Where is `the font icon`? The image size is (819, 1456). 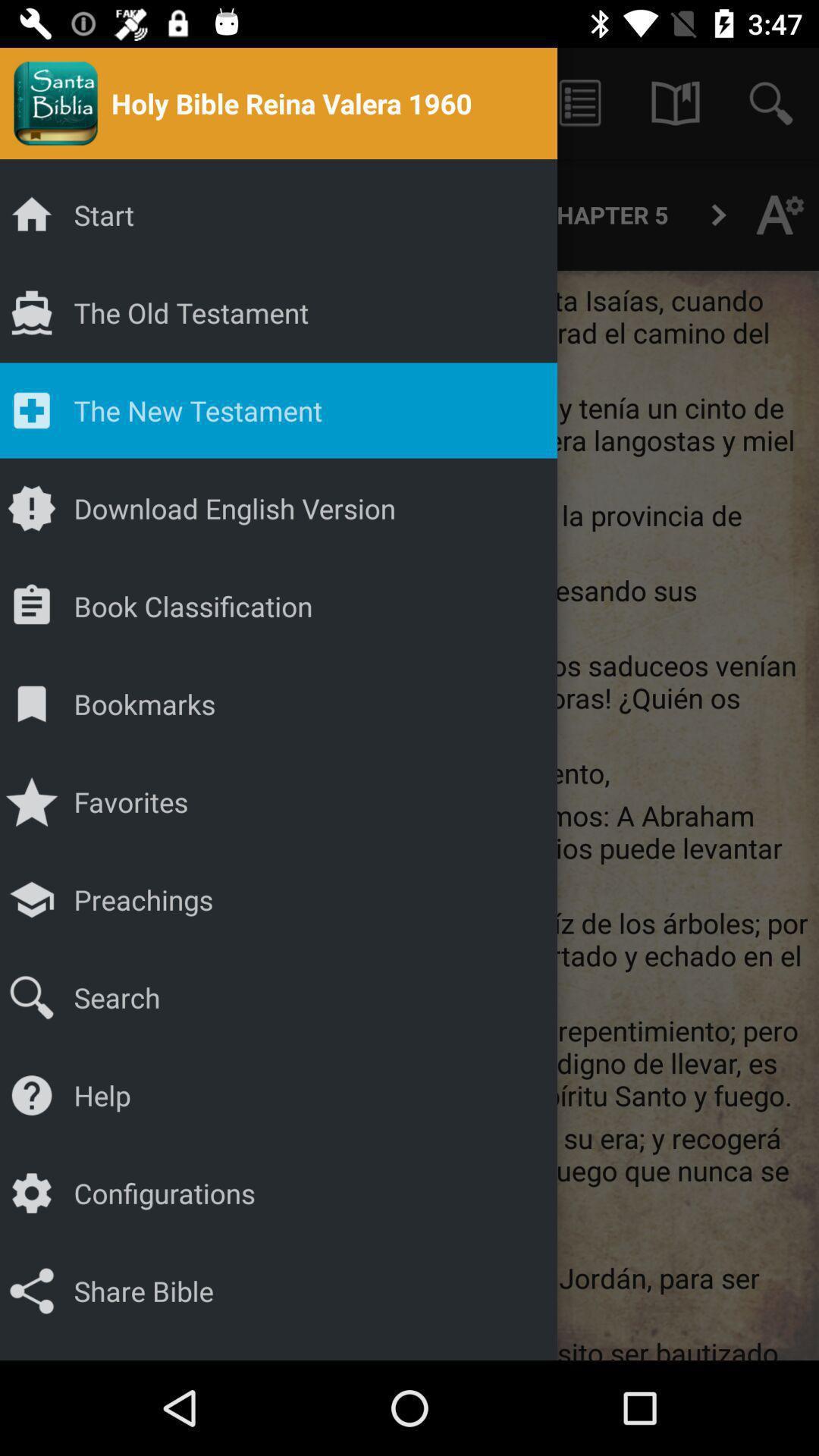 the font icon is located at coordinates (780, 214).